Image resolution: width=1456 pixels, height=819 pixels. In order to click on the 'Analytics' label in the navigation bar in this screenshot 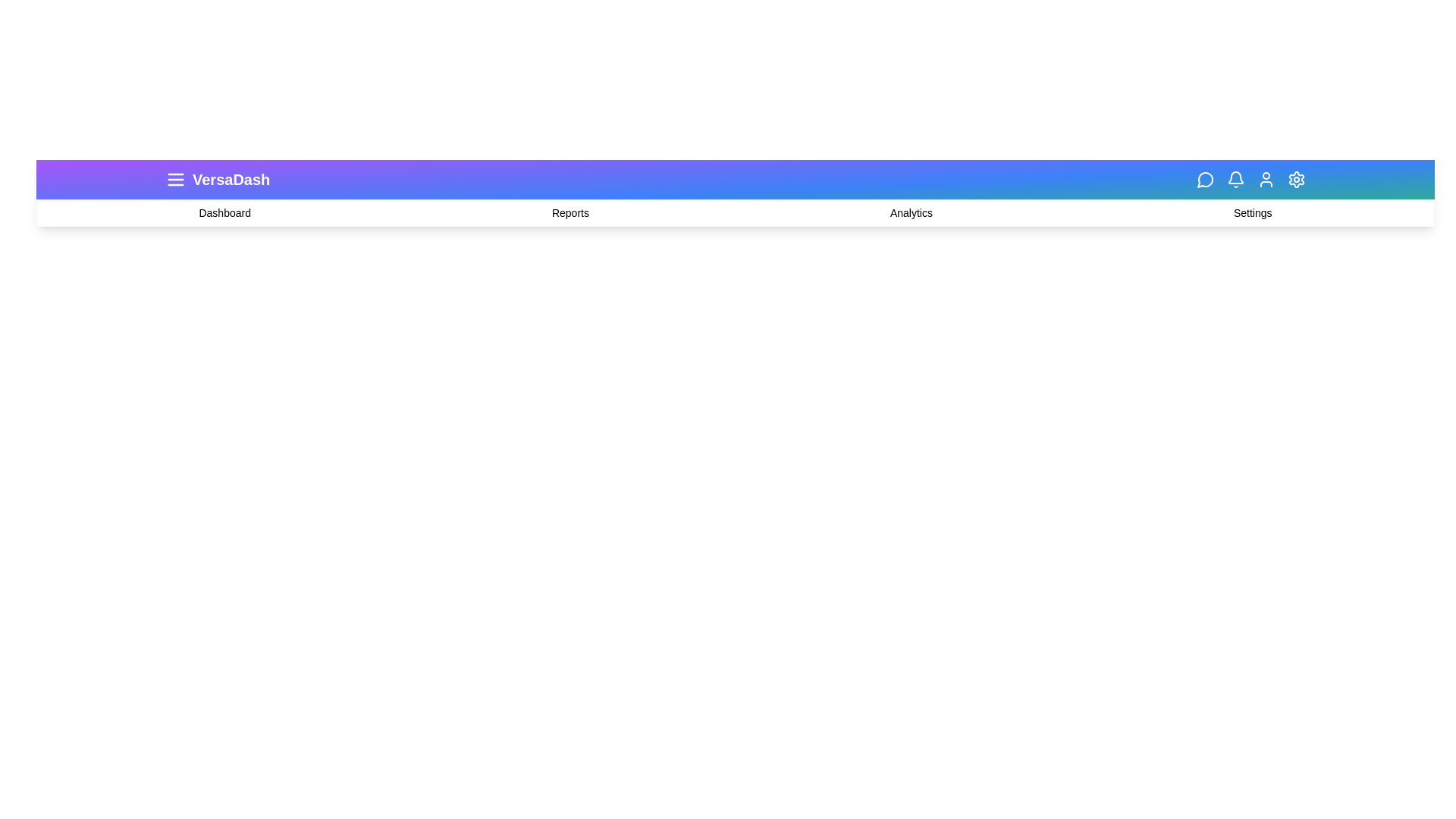, I will do `click(910, 213)`.